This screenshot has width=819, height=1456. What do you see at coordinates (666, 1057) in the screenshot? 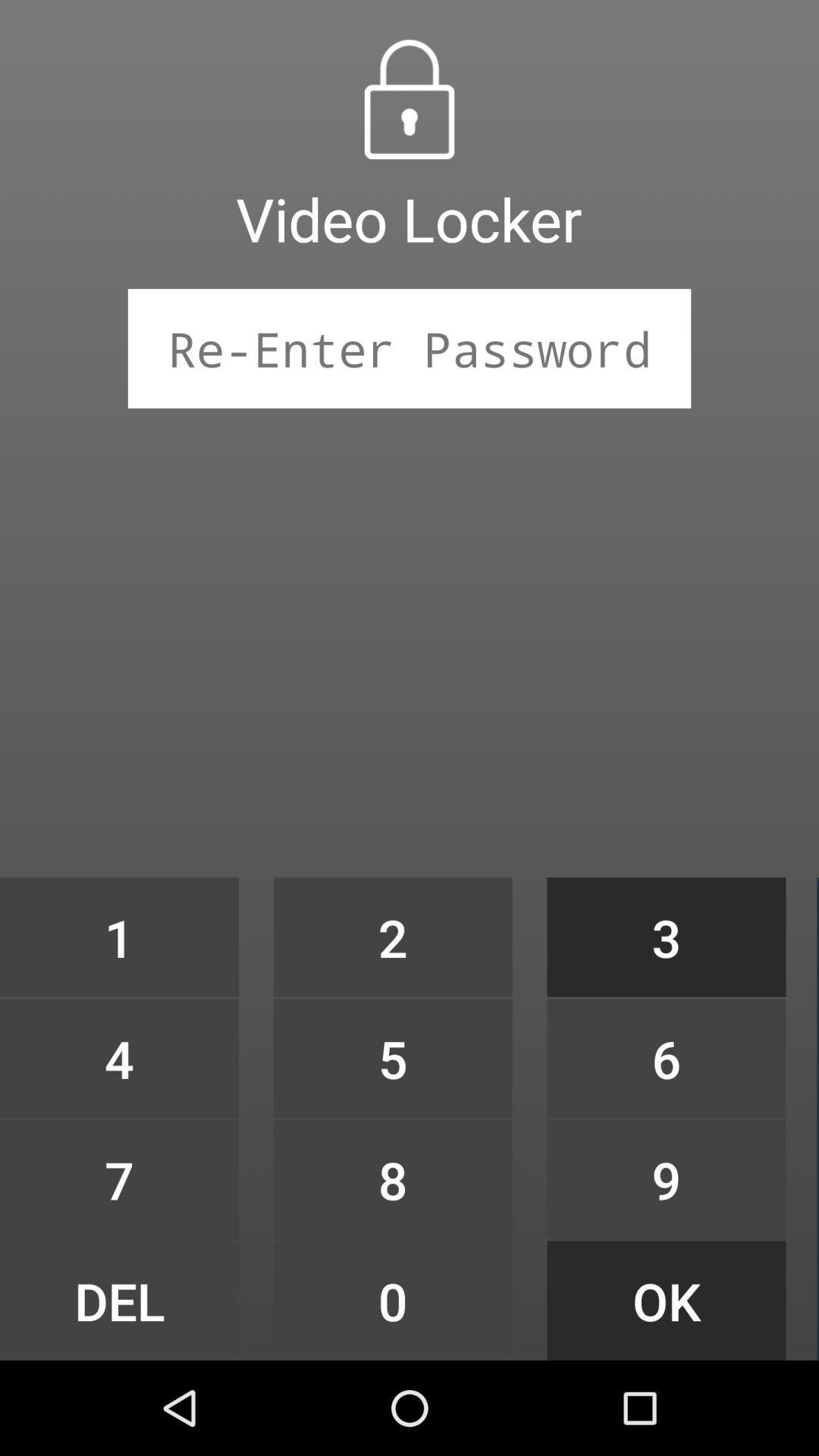
I see `the item above the 9 item` at bounding box center [666, 1057].